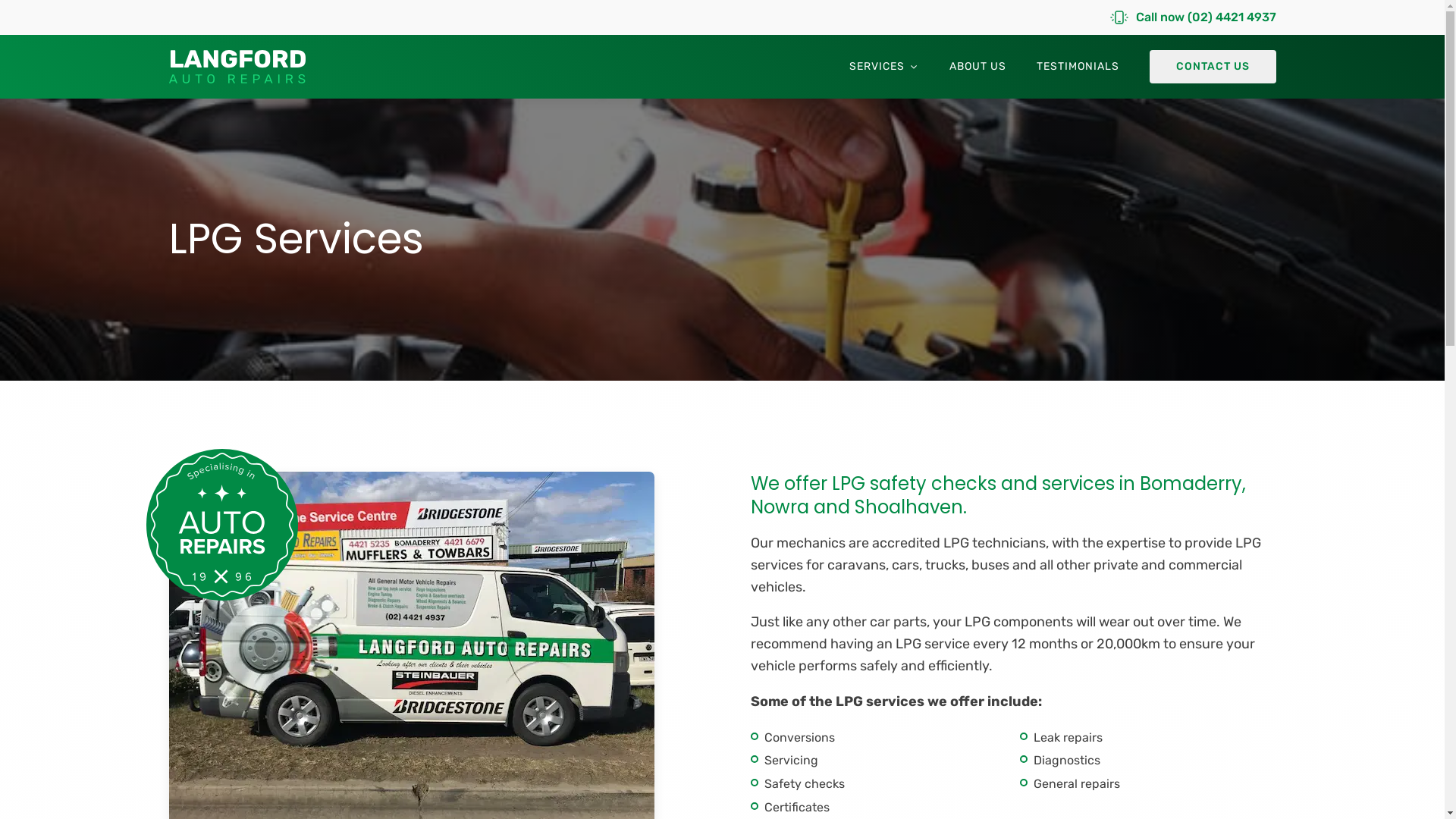  Describe the element at coordinates (1110, 17) in the screenshot. I see `'Call now (02) 4421 4937'` at that location.